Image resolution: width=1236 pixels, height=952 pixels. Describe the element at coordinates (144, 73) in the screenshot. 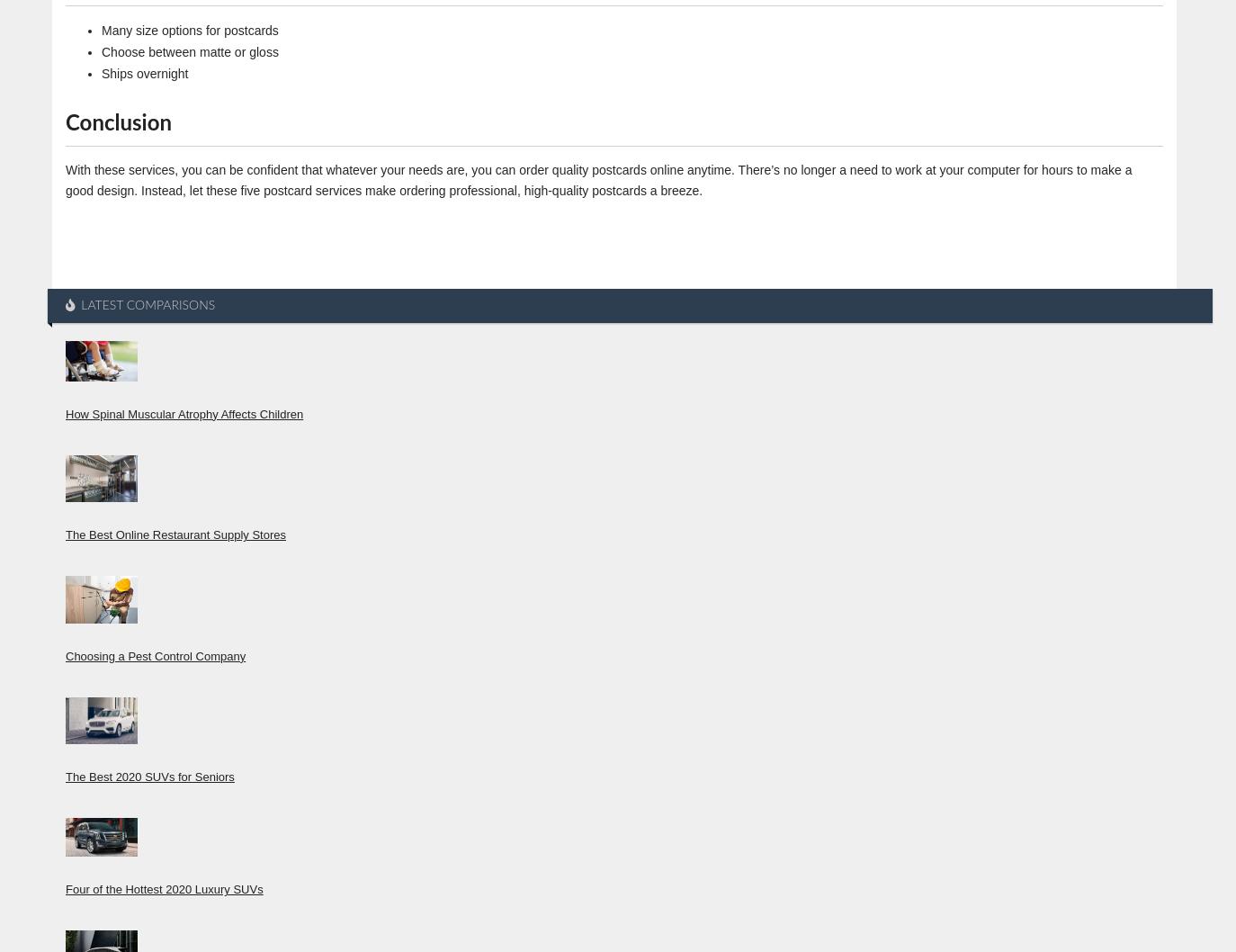

I see `'Ships overnight'` at that location.